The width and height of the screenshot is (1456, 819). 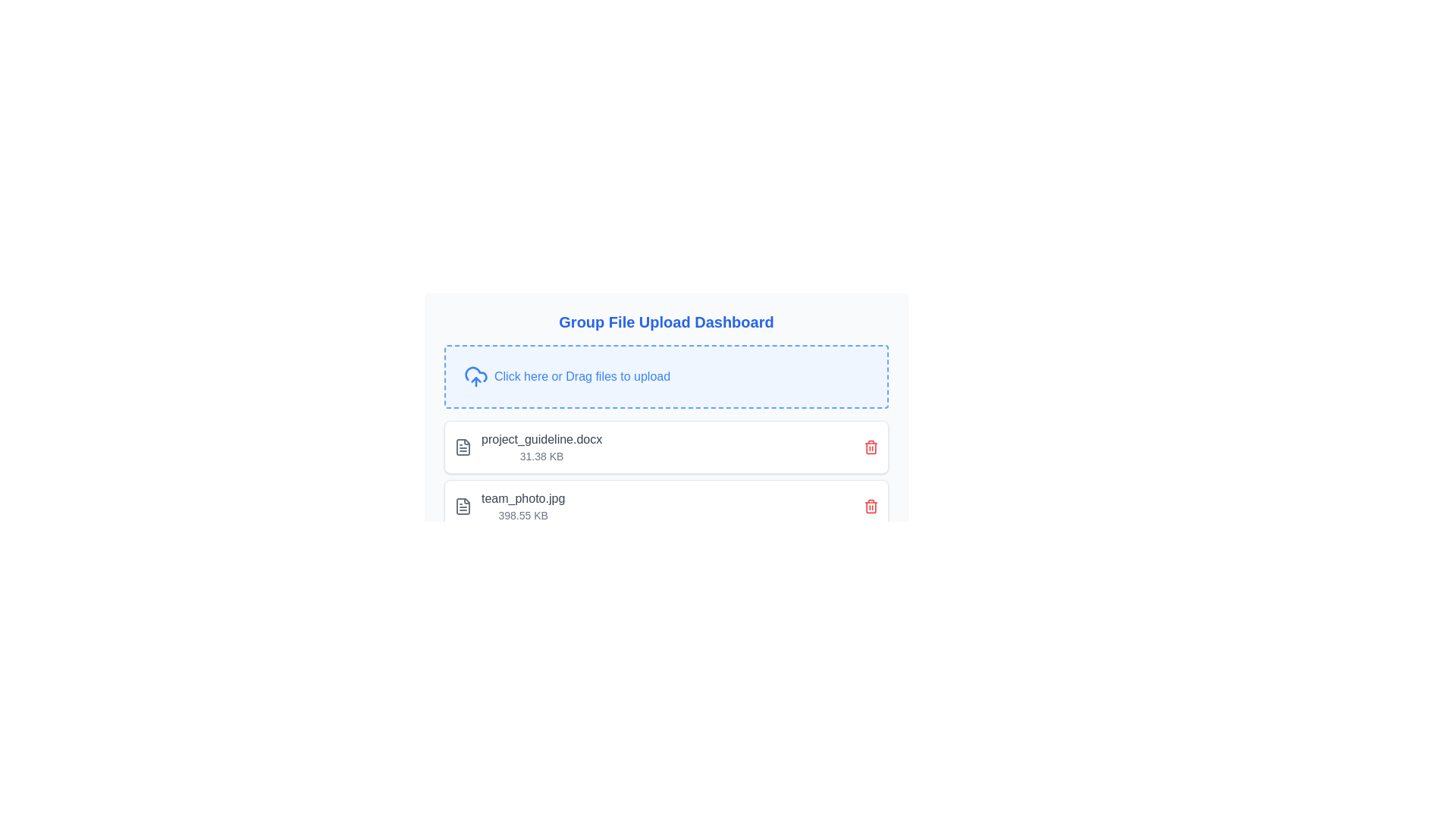 I want to click on the small gray document icon located to the left of the file name 'team_photo.jpg' in the file listing interface, so click(x=462, y=506).